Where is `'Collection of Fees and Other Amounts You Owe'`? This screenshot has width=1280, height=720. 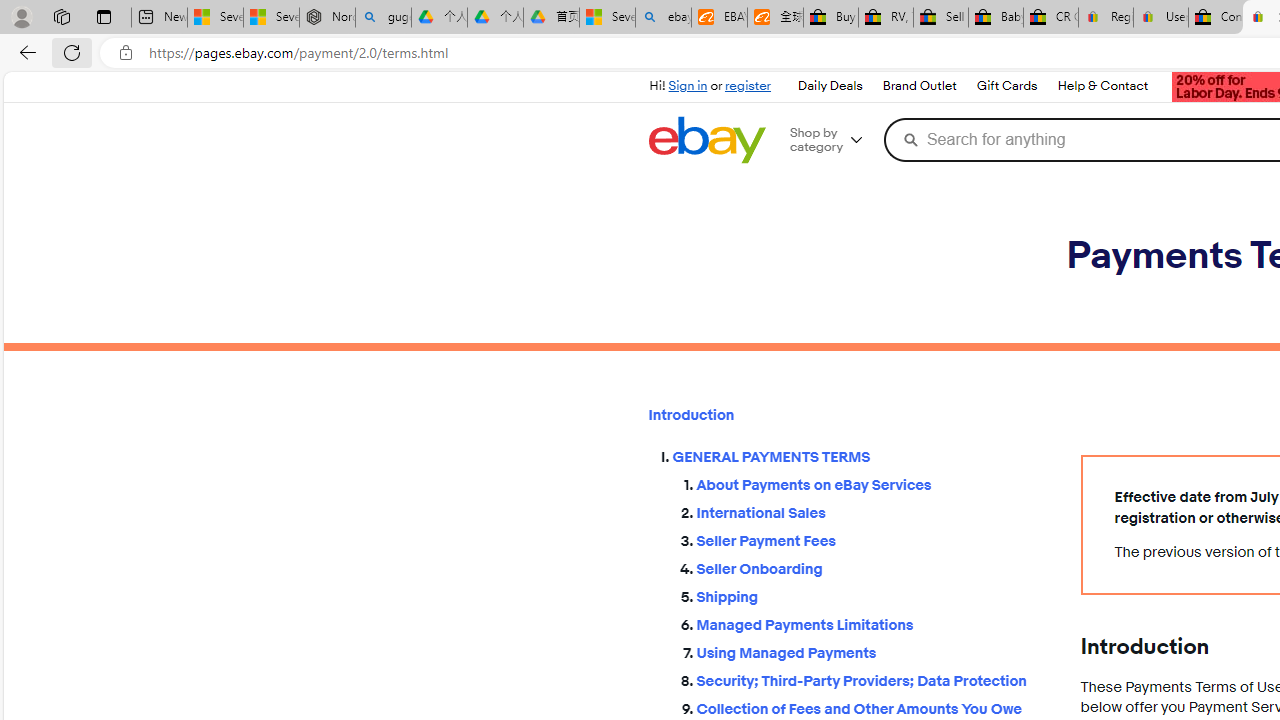
'Collection of Fees and Other Amounts You Owe' is located at coordinates (872, 708).